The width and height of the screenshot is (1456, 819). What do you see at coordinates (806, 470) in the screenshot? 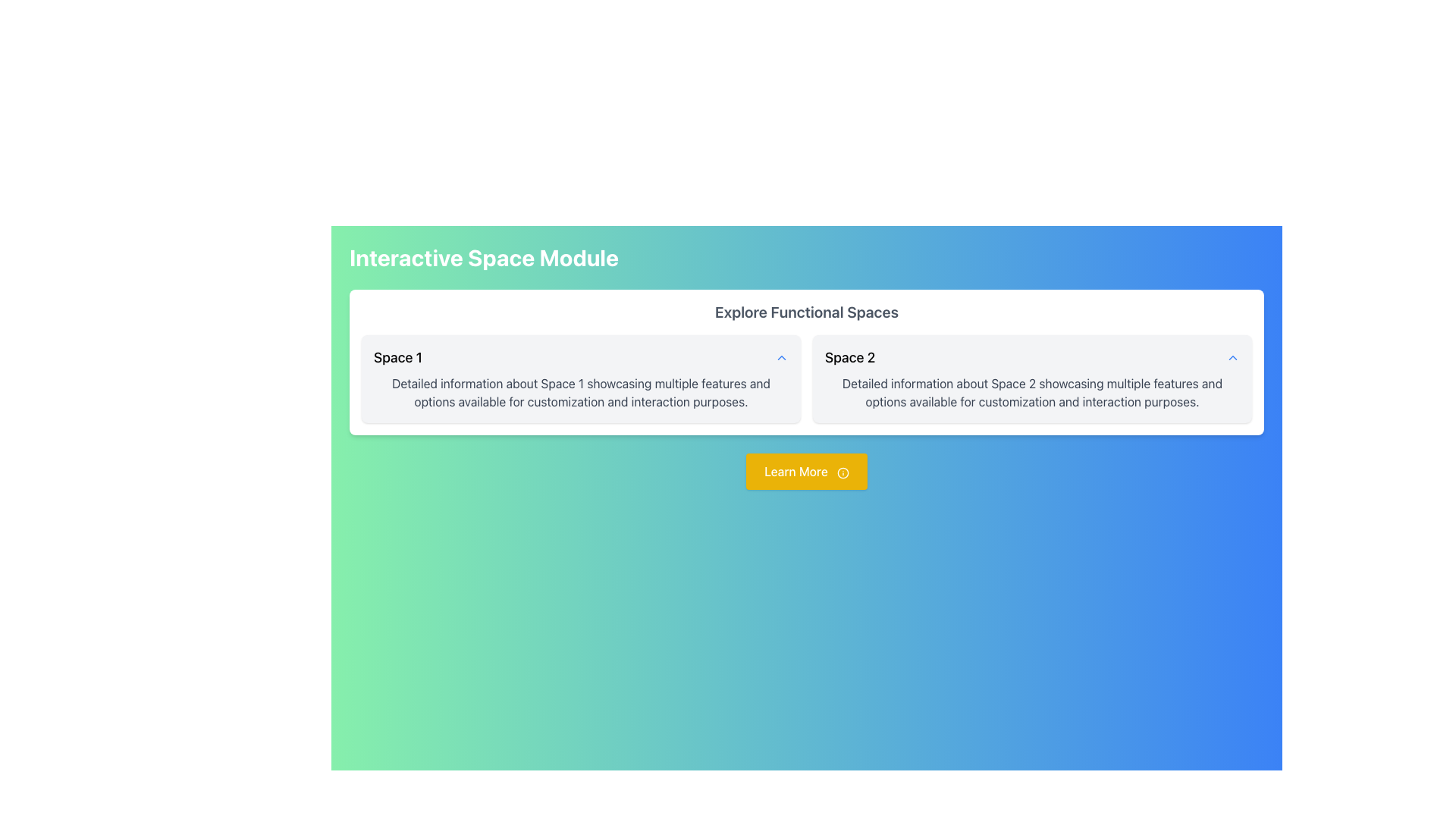
I see `the prominent button located centrally at the bottom of the interface, below 'Space 1' and 'Space 2', to observe the color transition` at bounding box center [806, 470].